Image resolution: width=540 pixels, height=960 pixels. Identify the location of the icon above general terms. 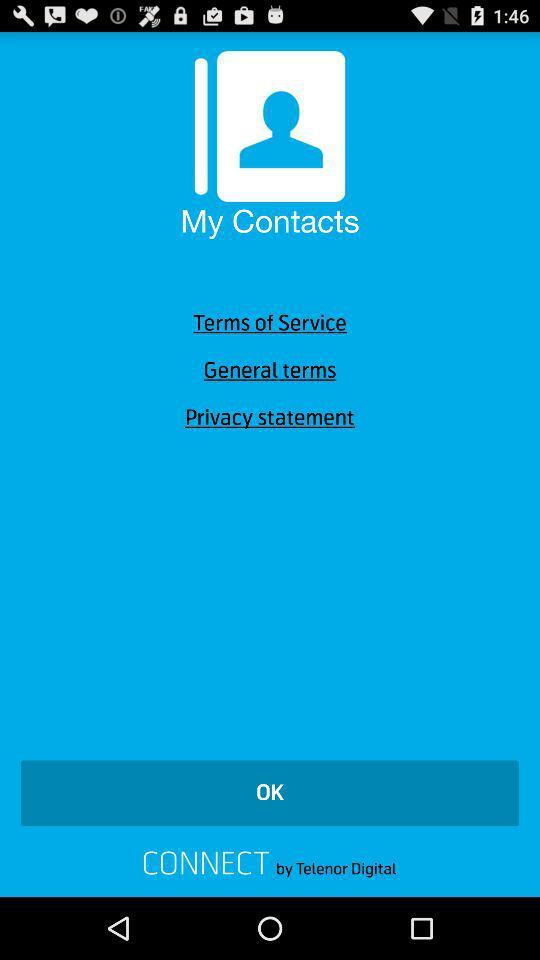
(270, 323).